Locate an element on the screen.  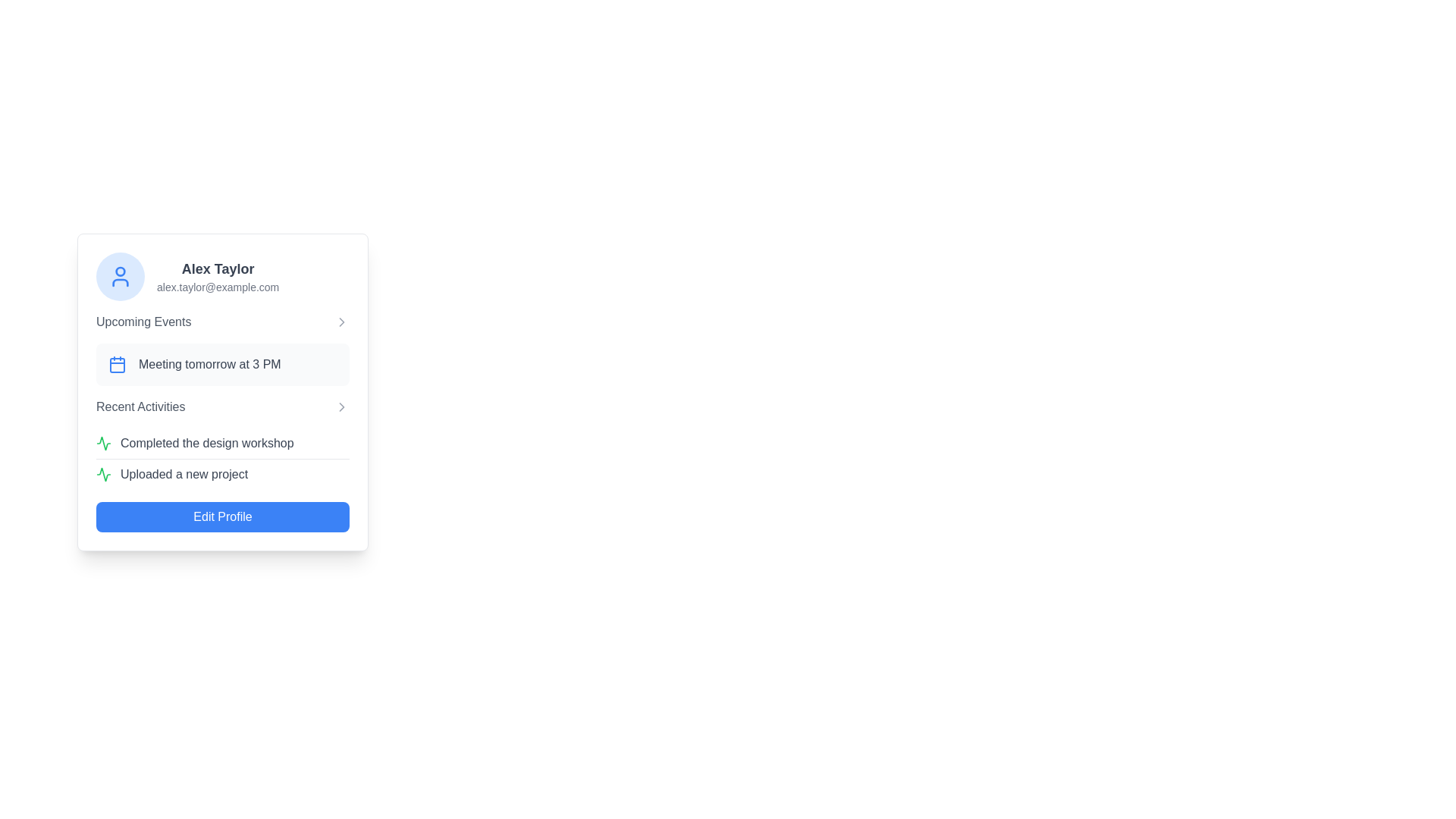
the non-interactive text label that provides information about an upcoming event, located next to the calendar icon under the 'Upcoming Events' heading is located at coordinates (209, 365).